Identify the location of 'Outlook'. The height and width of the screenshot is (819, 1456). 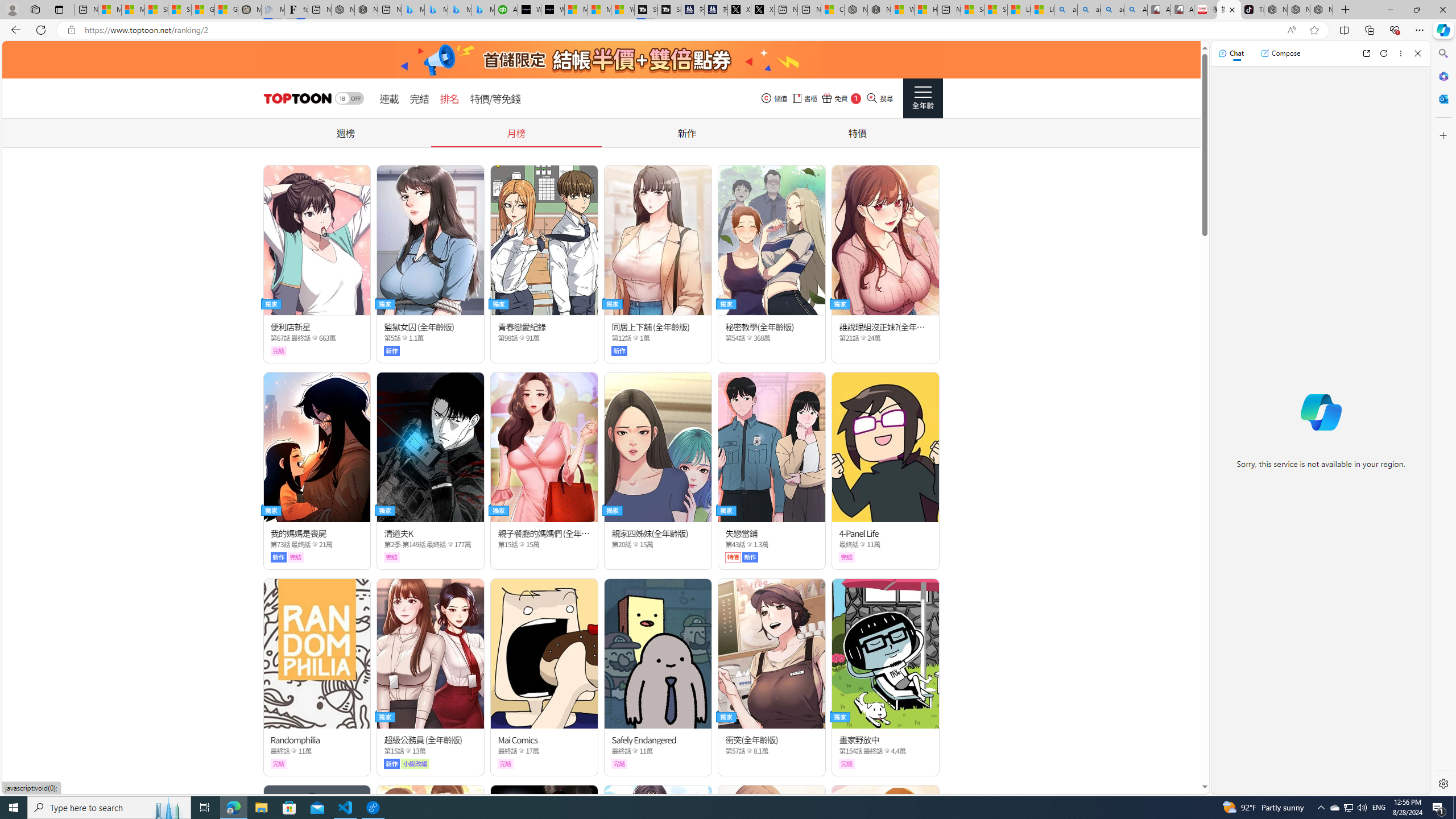
(1442, 98).